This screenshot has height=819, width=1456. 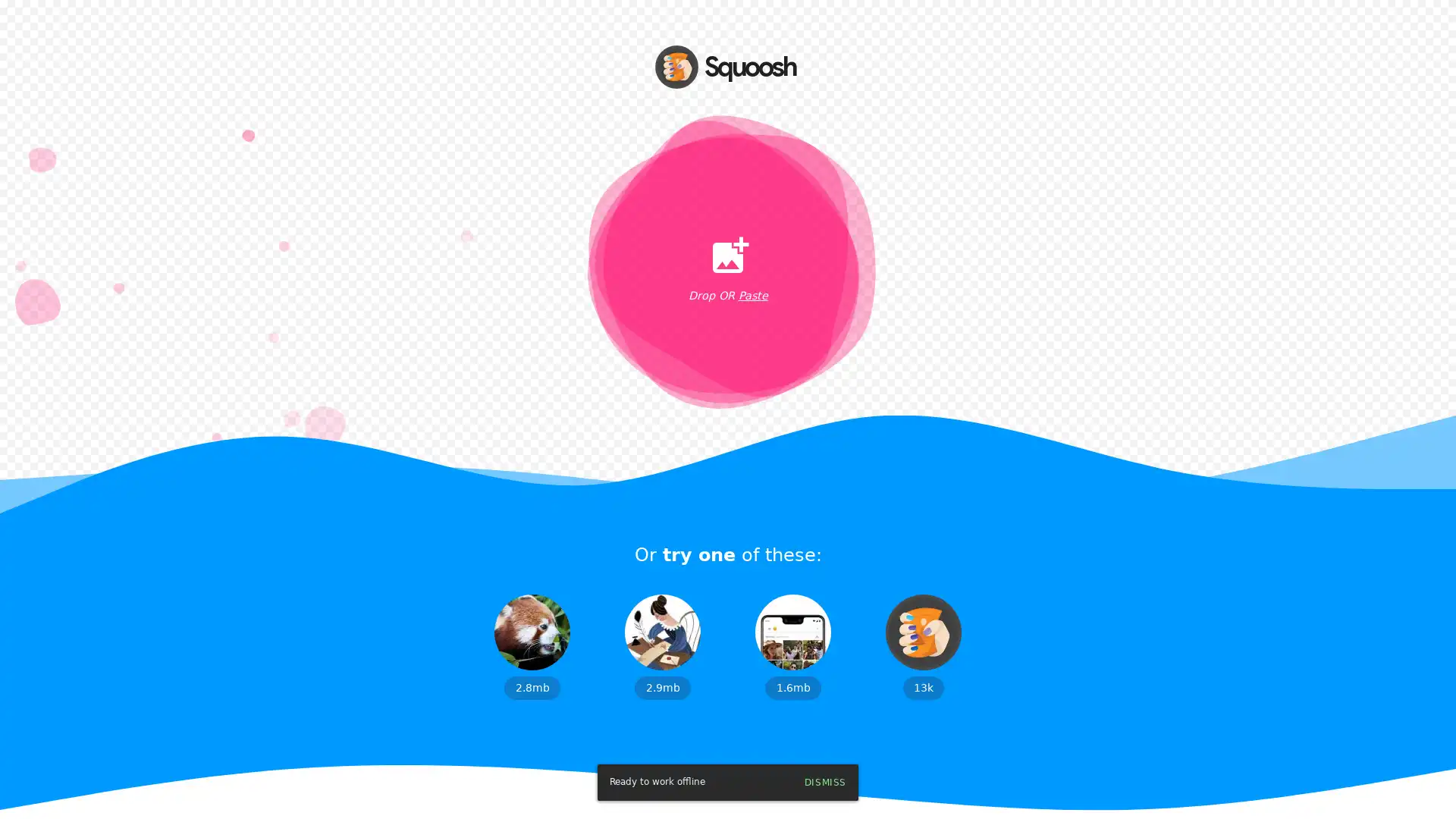 I want to click on Artwork 2.9mb, so click(x=662, y=646).